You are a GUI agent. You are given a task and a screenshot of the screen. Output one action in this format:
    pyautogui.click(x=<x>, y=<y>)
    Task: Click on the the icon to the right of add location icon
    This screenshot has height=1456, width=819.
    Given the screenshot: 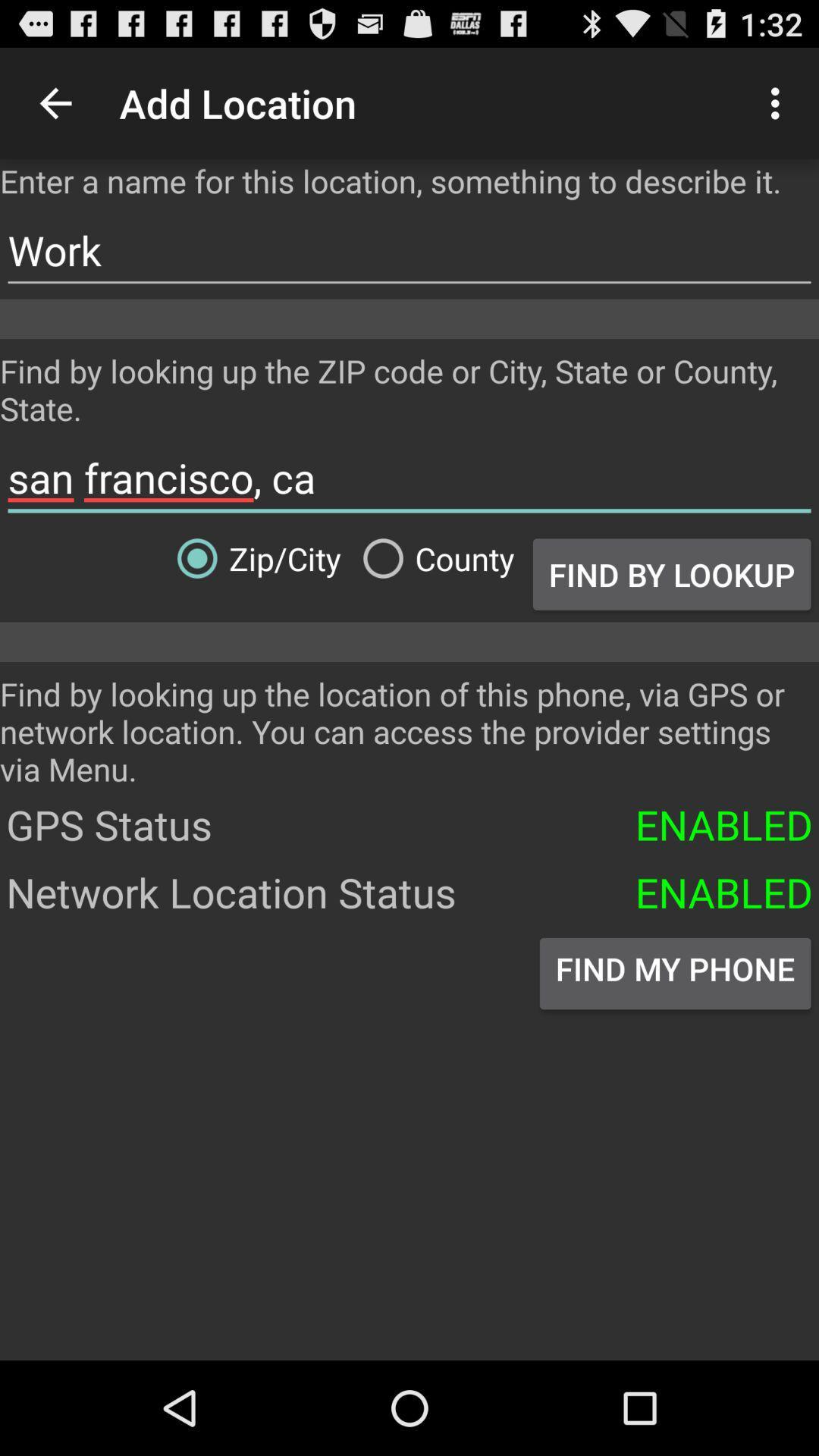 What is the action you would take?
    pyautogui.click(x=779, y=102)
    